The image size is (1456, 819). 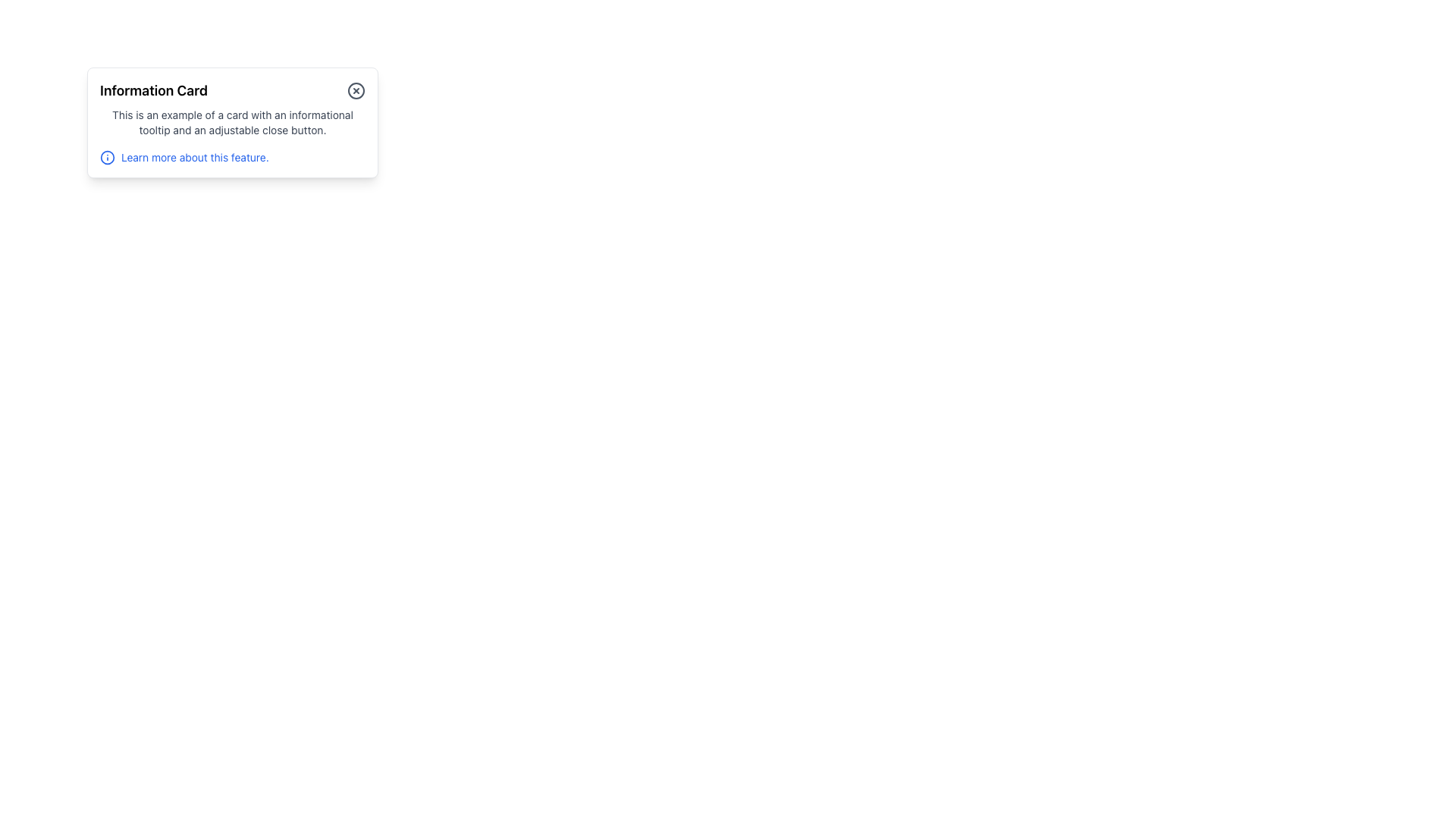 I want to click on the text statement 'Learn more about this feature.' which is styled with a small font size and blue color, located at the bottom of the informational card, following the information icon, so click(x=194, y=158).